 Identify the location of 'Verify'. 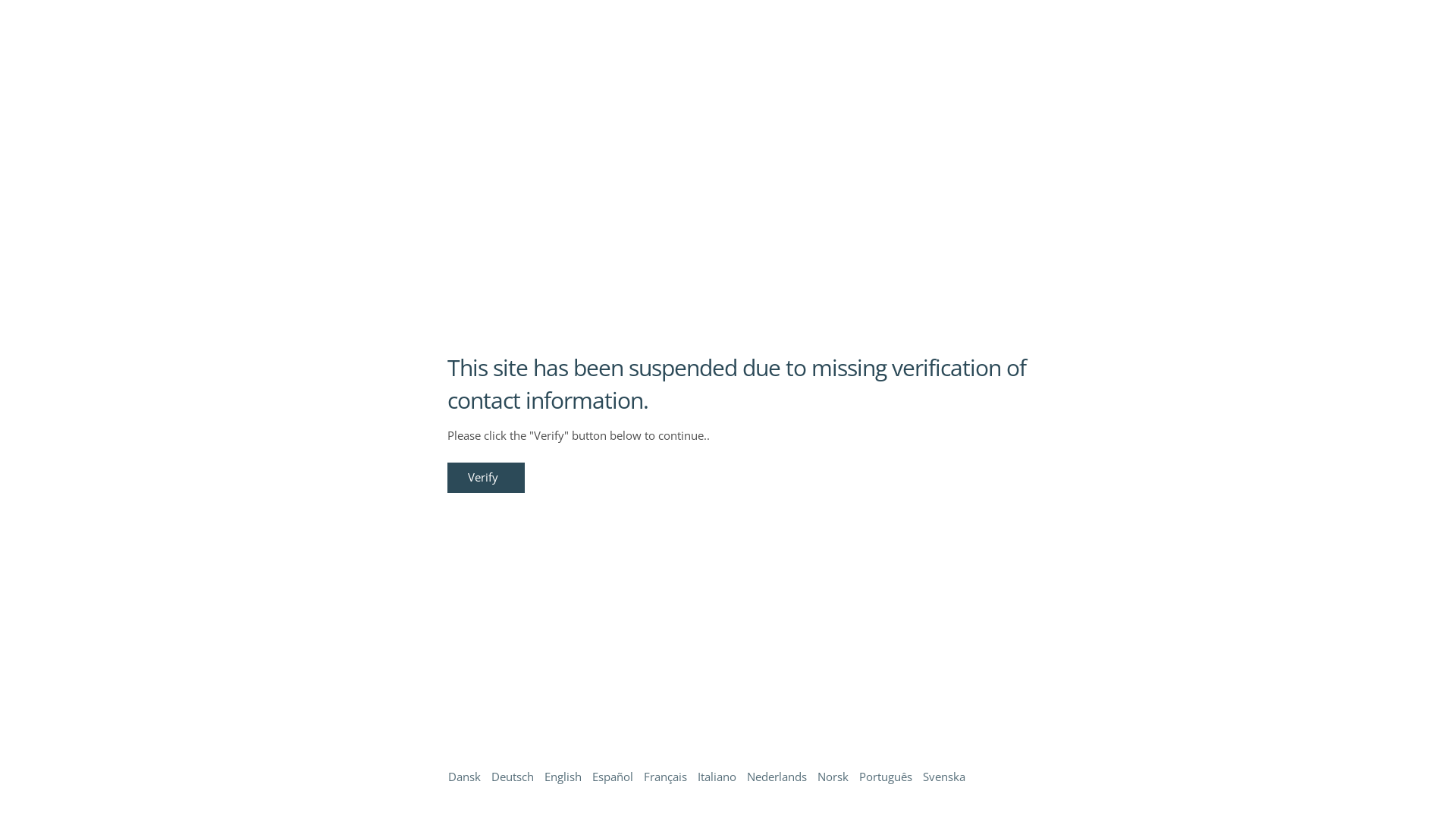
(486, 476).